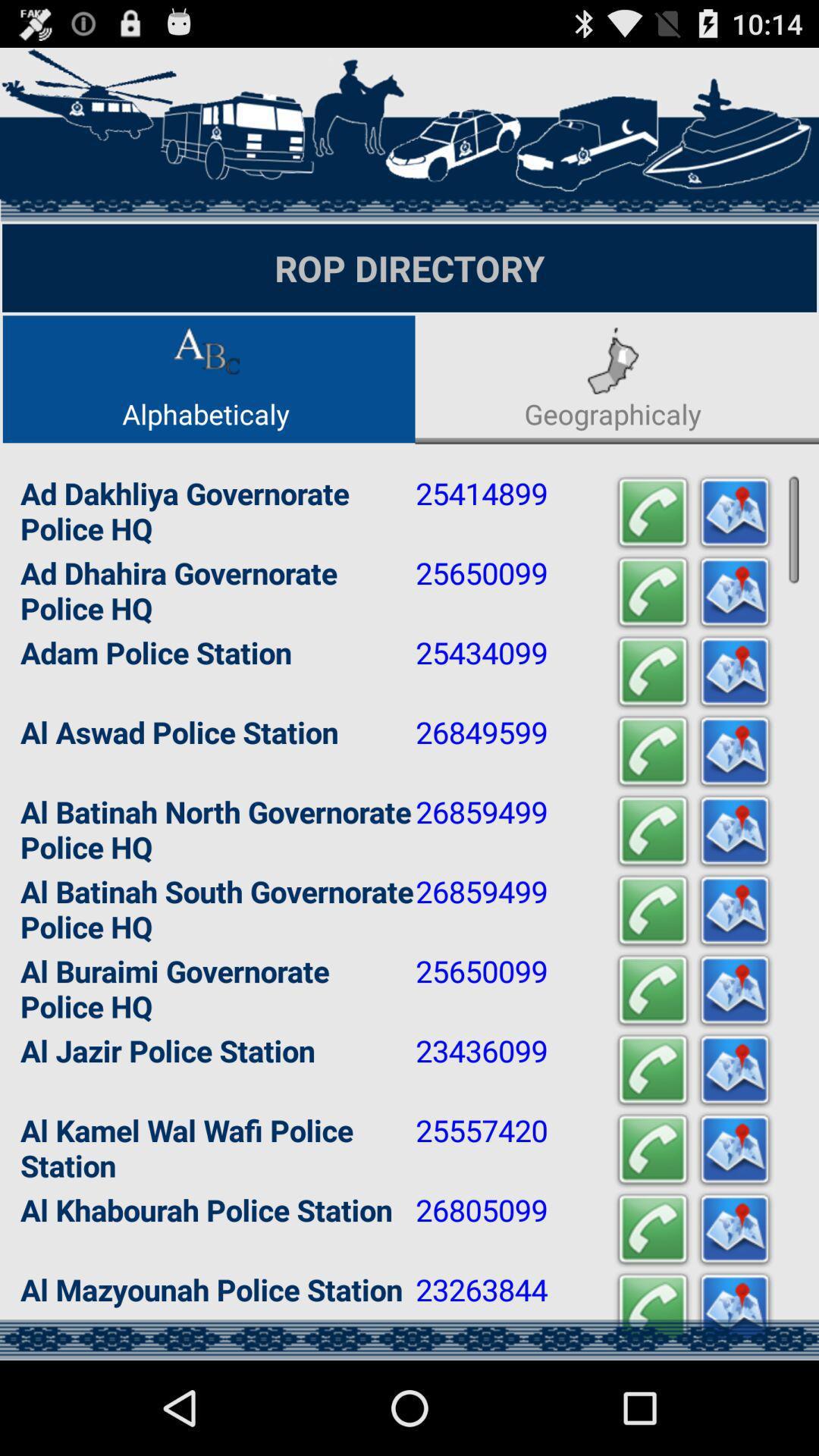 This screenshot has width=819, height=1456. What do you see at coordinates (651, 1150) in the screenshot?
I see `start a call with selected contact` at bounding box center [651, 1150].